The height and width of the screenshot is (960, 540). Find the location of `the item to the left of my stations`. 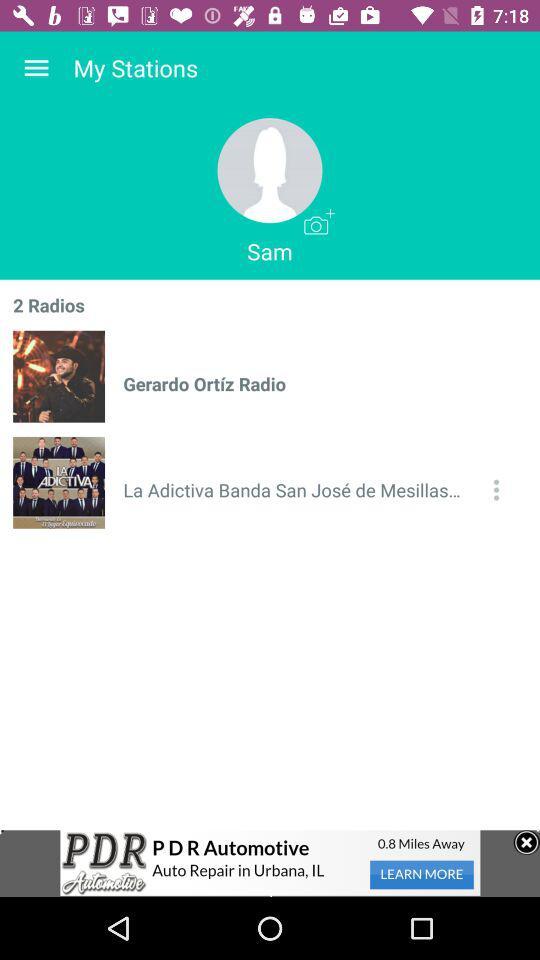

the item to the left of my stations is located at coordinates (36, 68).